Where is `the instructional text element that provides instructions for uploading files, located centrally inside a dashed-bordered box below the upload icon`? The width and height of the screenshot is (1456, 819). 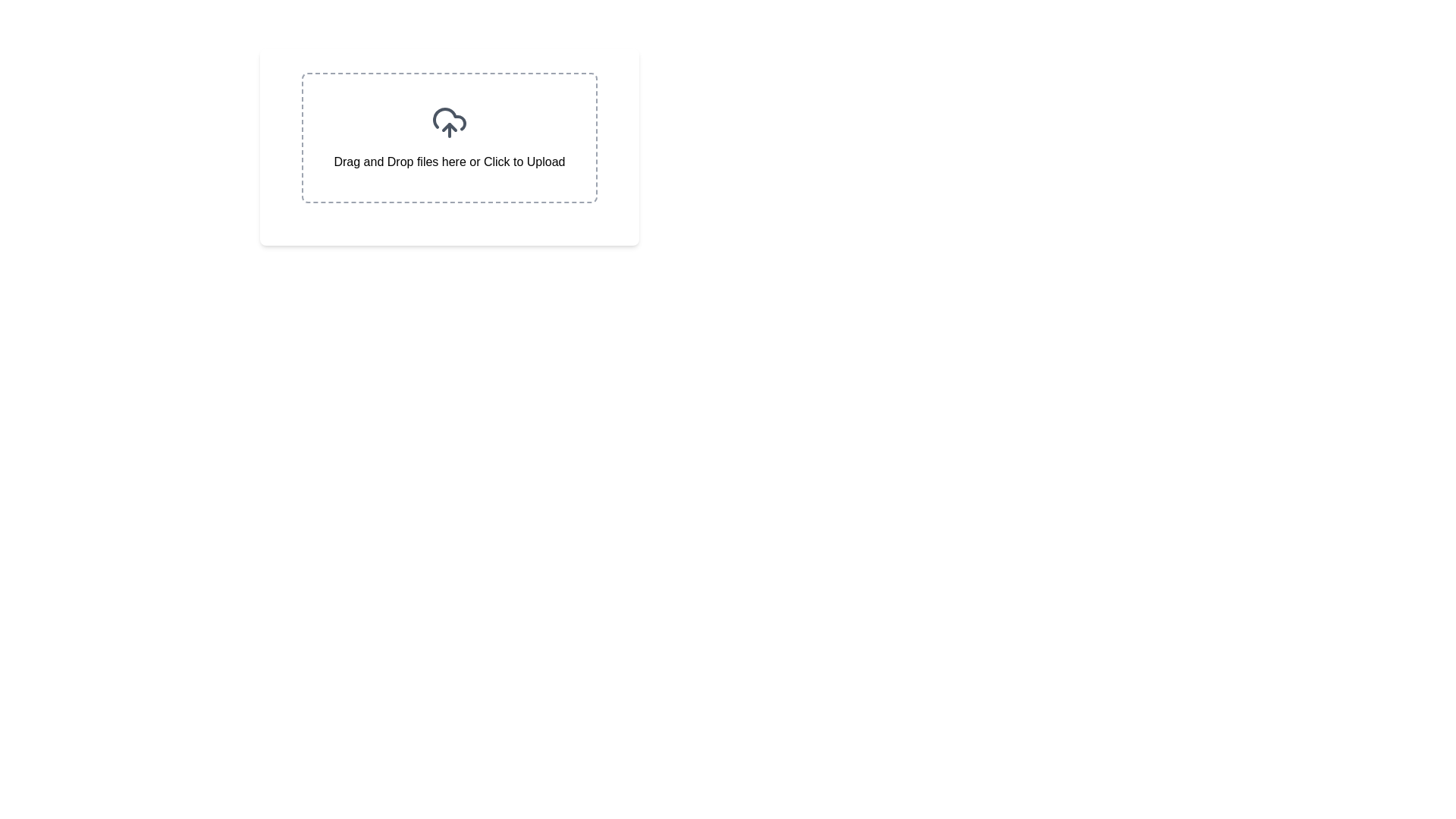 the instructional text element that provides instructions for uploading files, located centrally inside a dashed-bordered box below the upload icon is located at coordinates (449, 162).